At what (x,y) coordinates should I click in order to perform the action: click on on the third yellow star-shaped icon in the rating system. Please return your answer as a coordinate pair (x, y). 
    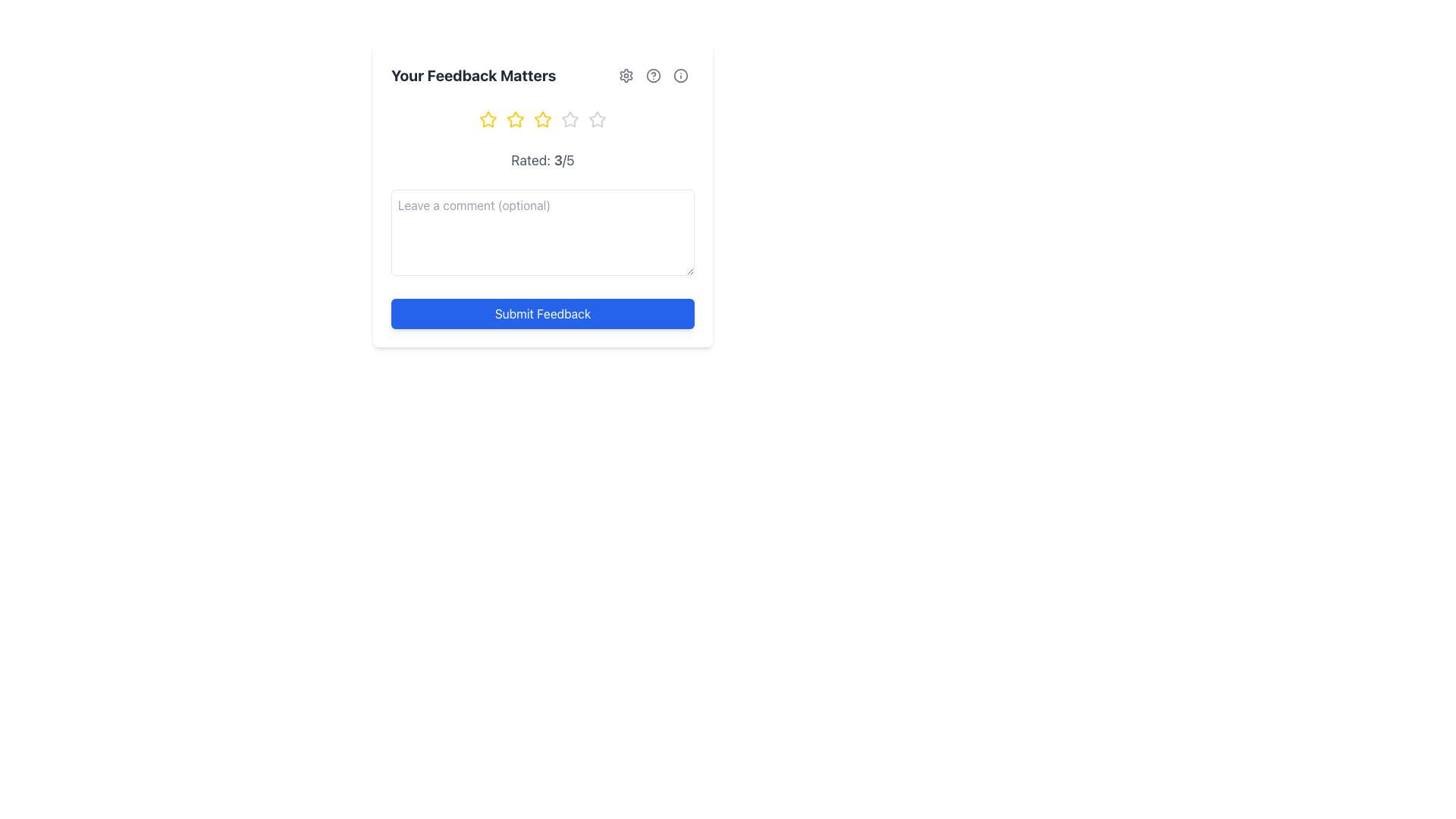
    Looking at the image, I should click on (542, 119).